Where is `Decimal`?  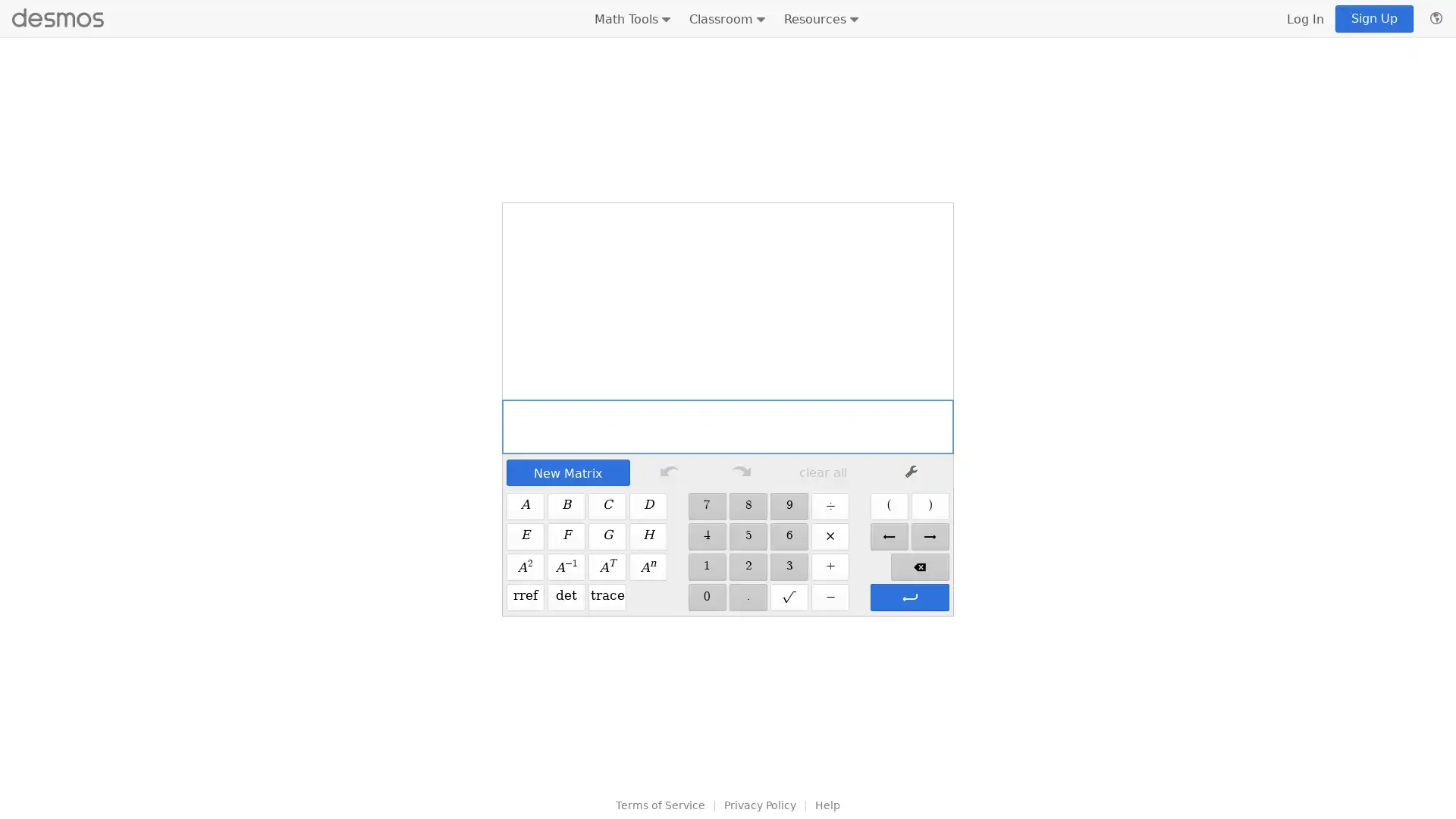
Decimal is located at coordinates (748, 596).